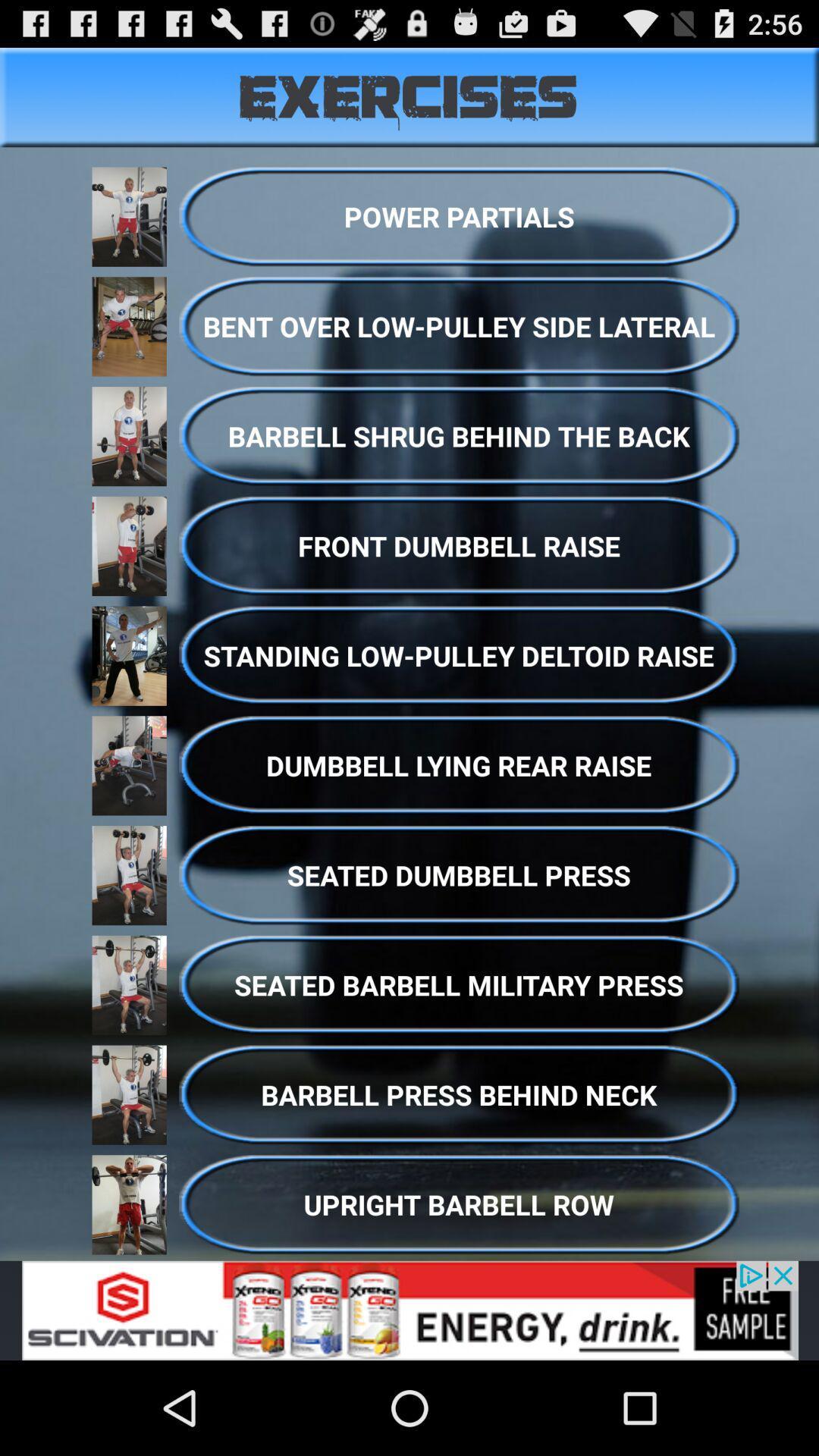 The height and width of the screenshot is (1456, 819). Describe the element at coordinates (458, 765) in the screenshot. I see `dumbbeel lying rear raise option above seated dumbbell press on the page` at that location.